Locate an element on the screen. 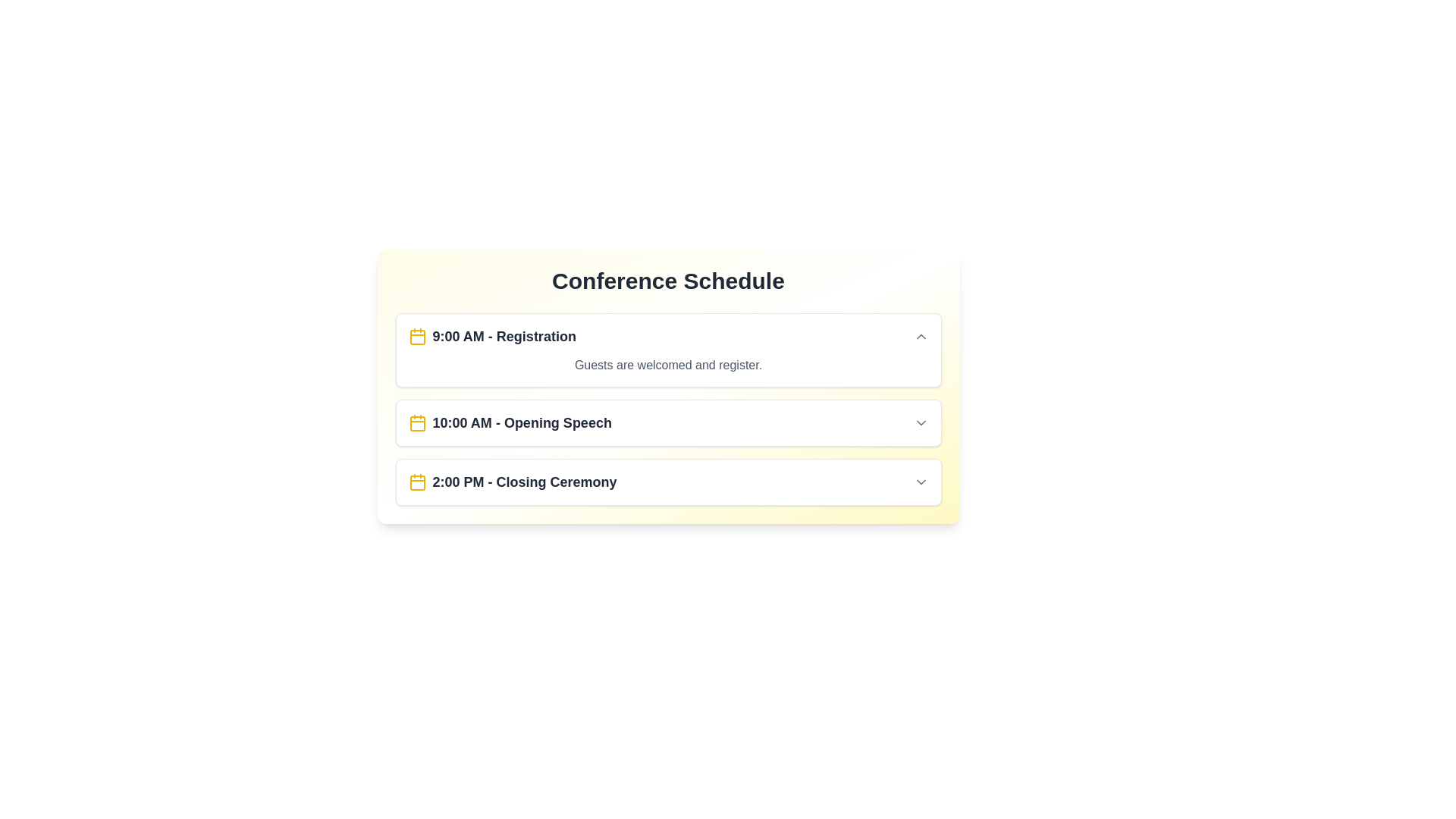 The image size is (1456, 819). event details of the second list item titled '10:00 AM - Opening Speech' in the 'Conference Schedule' is located at coordinates (667, 409).